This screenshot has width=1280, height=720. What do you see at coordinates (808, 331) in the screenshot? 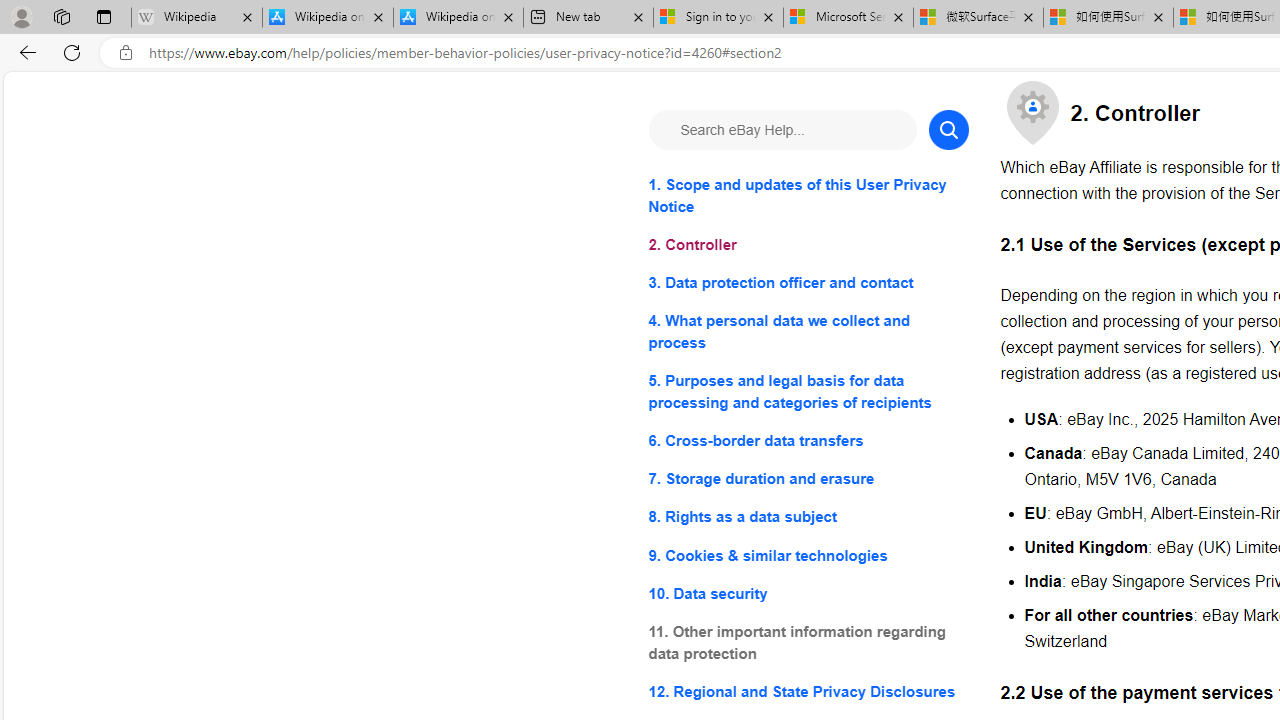
I see `'4. What personal data we collect and process'` at bounding box center [808, 331].